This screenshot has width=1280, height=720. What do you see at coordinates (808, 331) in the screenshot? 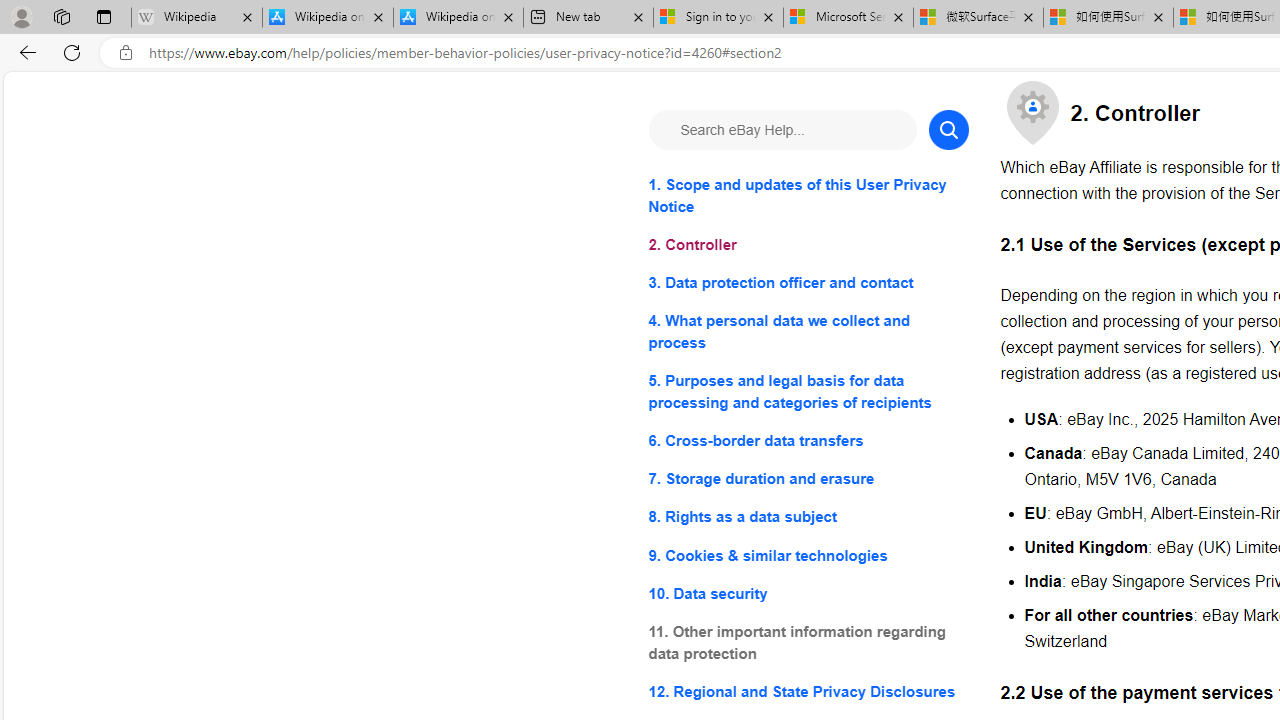
I see `'4. What personal data we collect and process'` at bounding box center [808, 331].